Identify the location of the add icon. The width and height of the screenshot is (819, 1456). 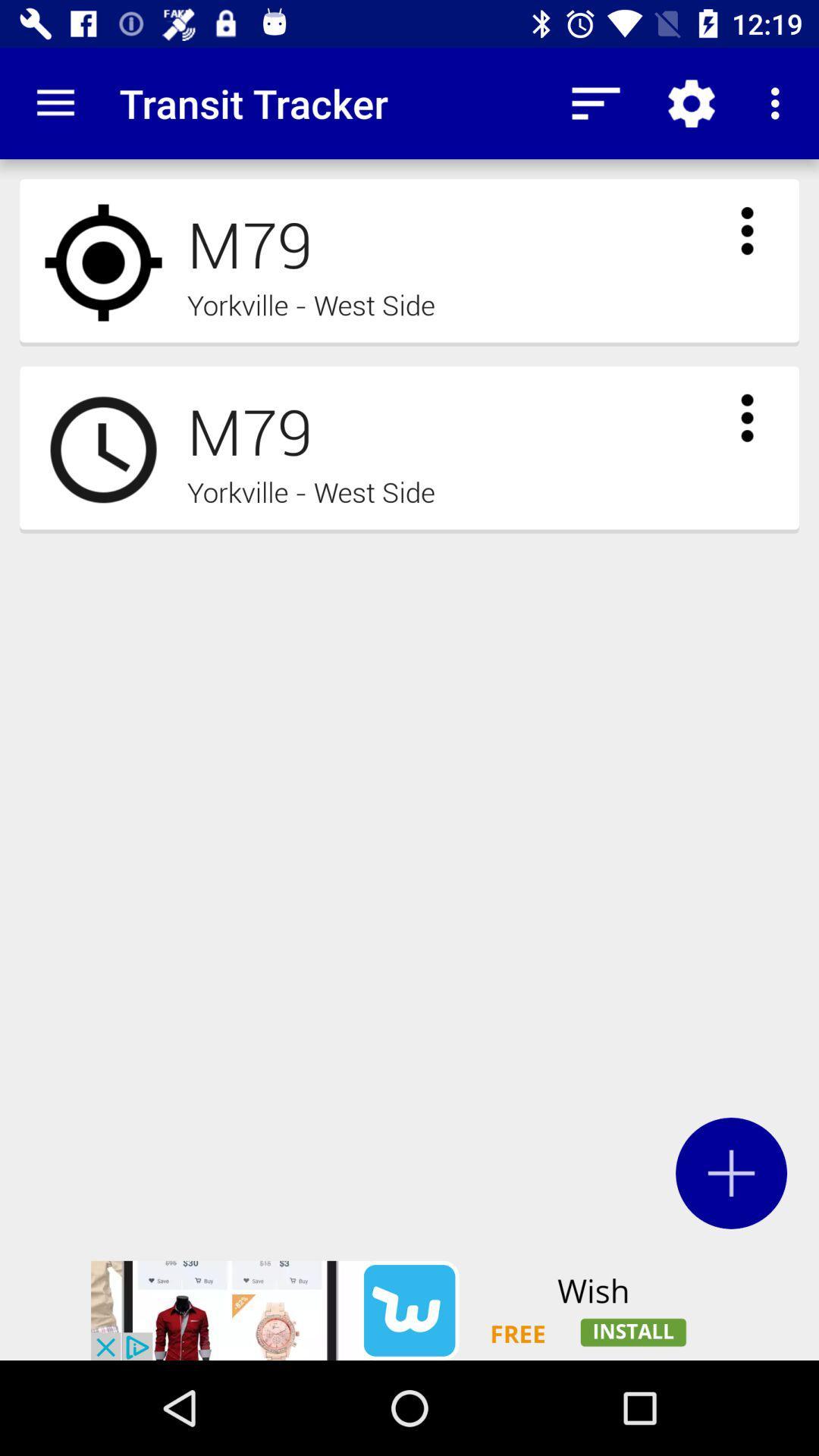
(730, 1172).